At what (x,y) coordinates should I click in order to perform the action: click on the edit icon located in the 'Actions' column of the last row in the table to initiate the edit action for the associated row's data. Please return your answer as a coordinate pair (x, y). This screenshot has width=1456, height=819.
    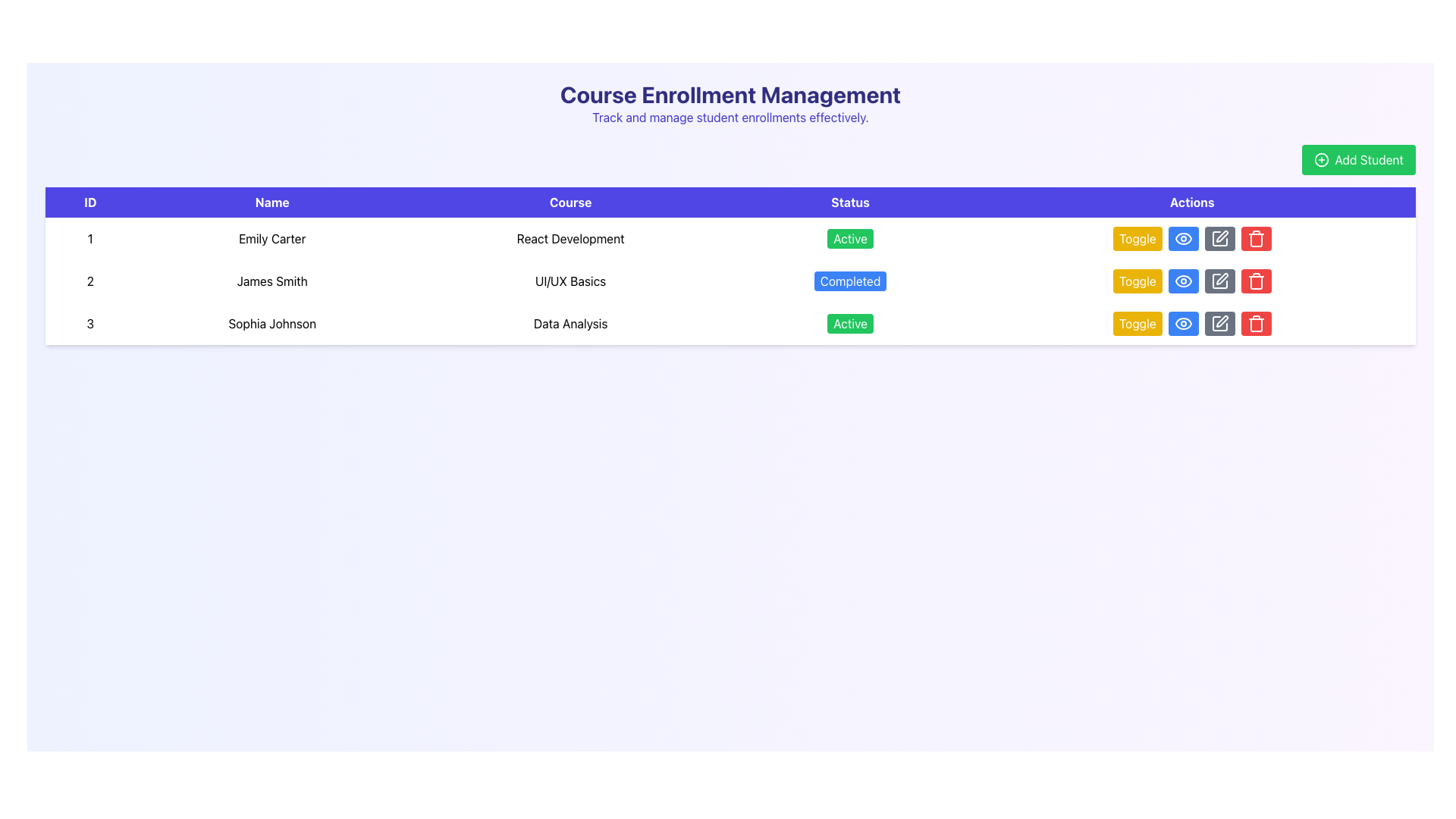
    Looking at the image, I should click on (1222, 278).